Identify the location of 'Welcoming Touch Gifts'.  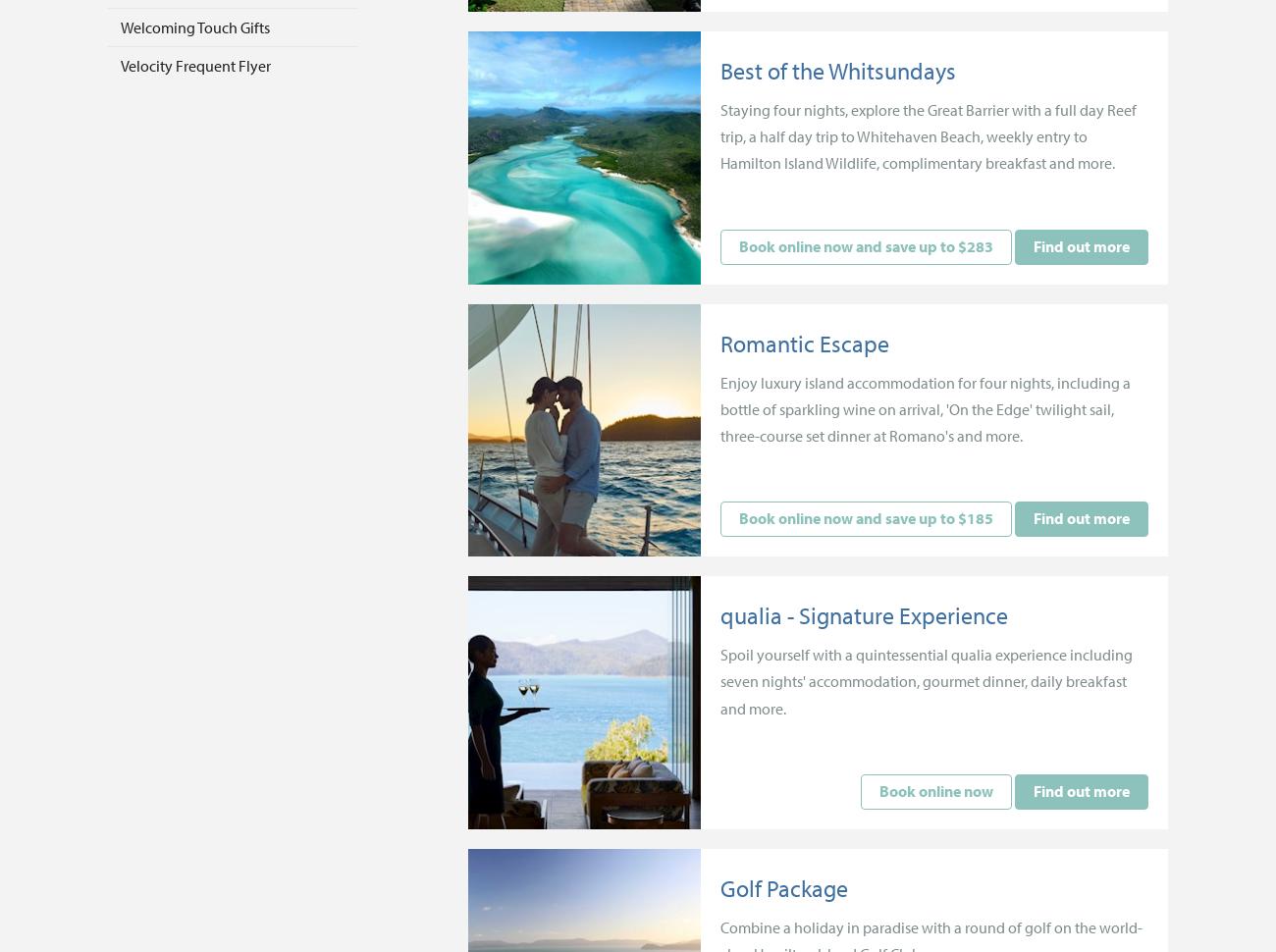
(195, 26).